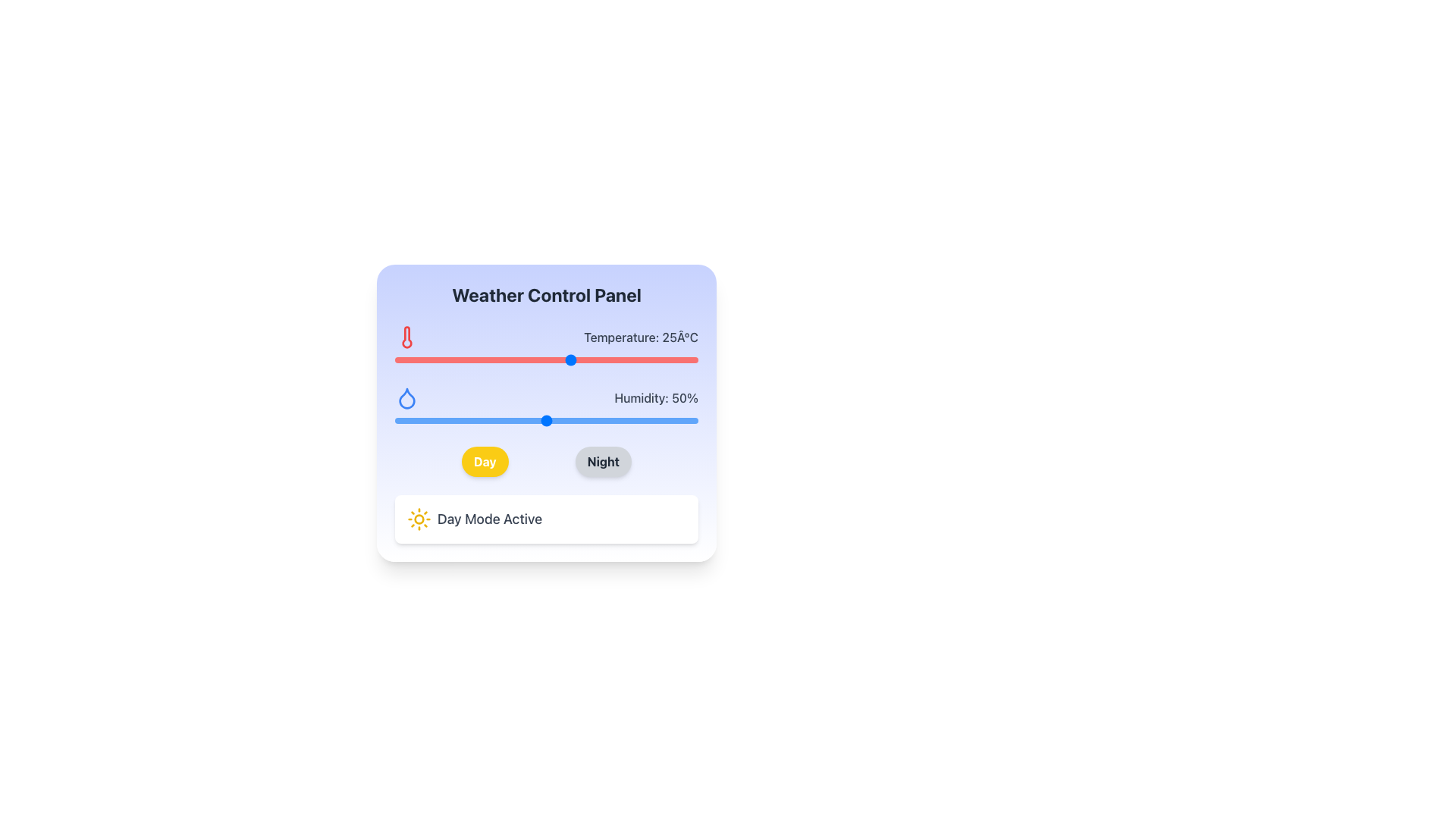  I want to click on the red thermometer icon located in the upper section of the weather control panel, which is to the left of the 'Temperature: 25°C' text, so click(407, 336).